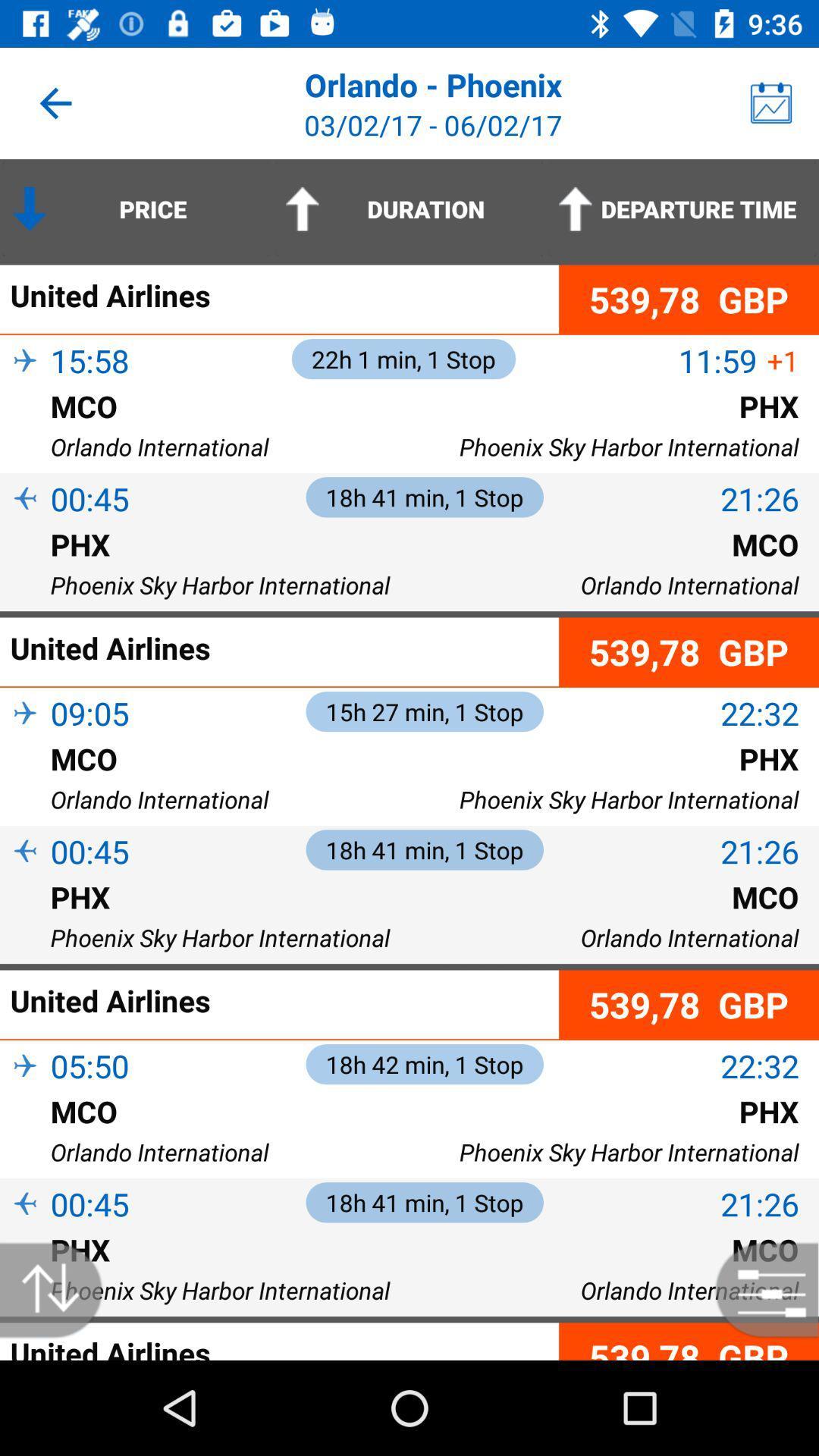 Image resolution: width=819 pixels, height=1456 pixels. I want to click on the icon above the price item, so click(55, 102).